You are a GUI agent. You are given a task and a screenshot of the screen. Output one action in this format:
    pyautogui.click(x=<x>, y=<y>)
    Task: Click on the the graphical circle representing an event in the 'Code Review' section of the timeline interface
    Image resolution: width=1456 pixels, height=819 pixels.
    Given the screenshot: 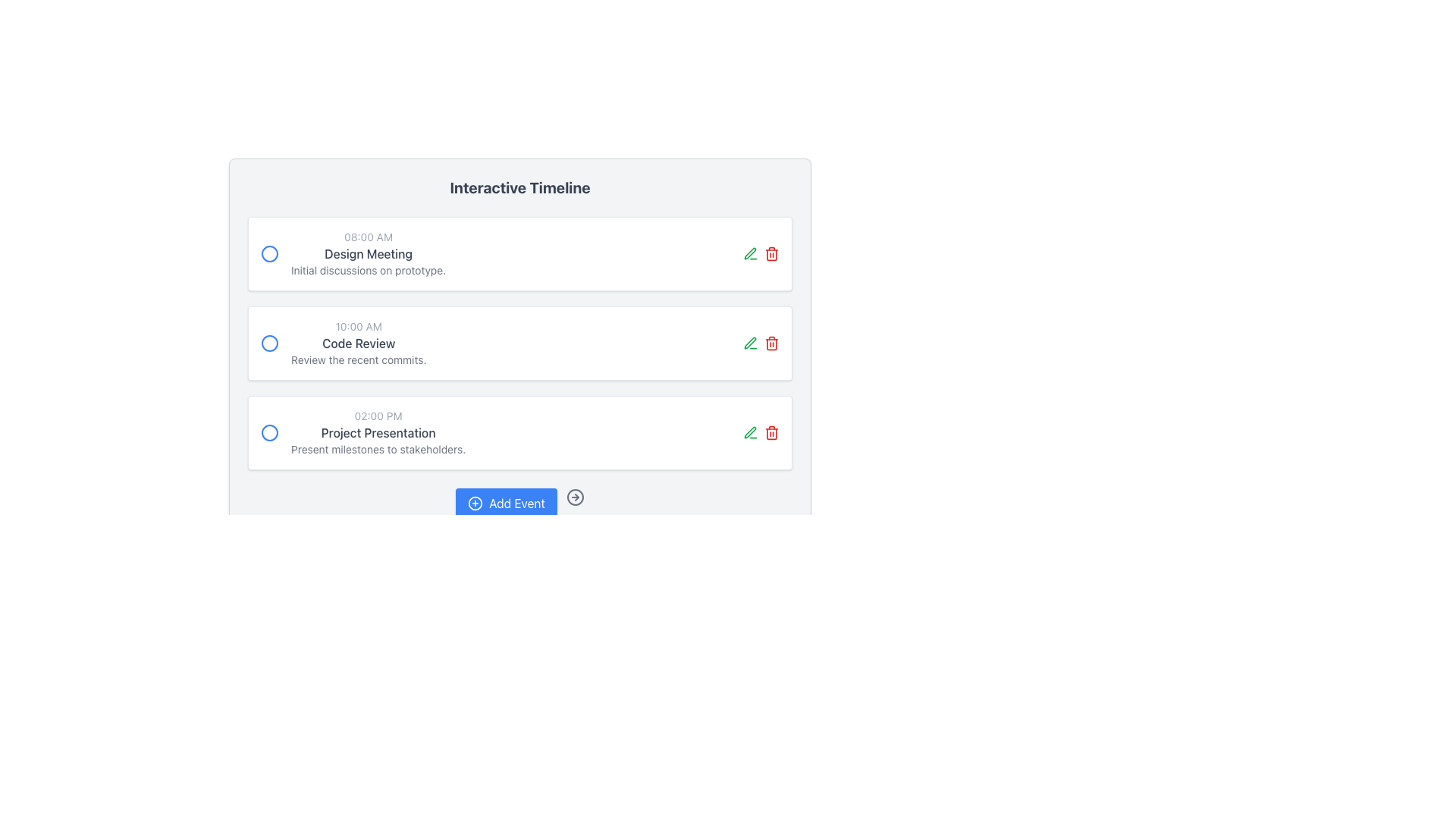 What is the action you would take?
    pyautogui.click(x=269, y=343)
    